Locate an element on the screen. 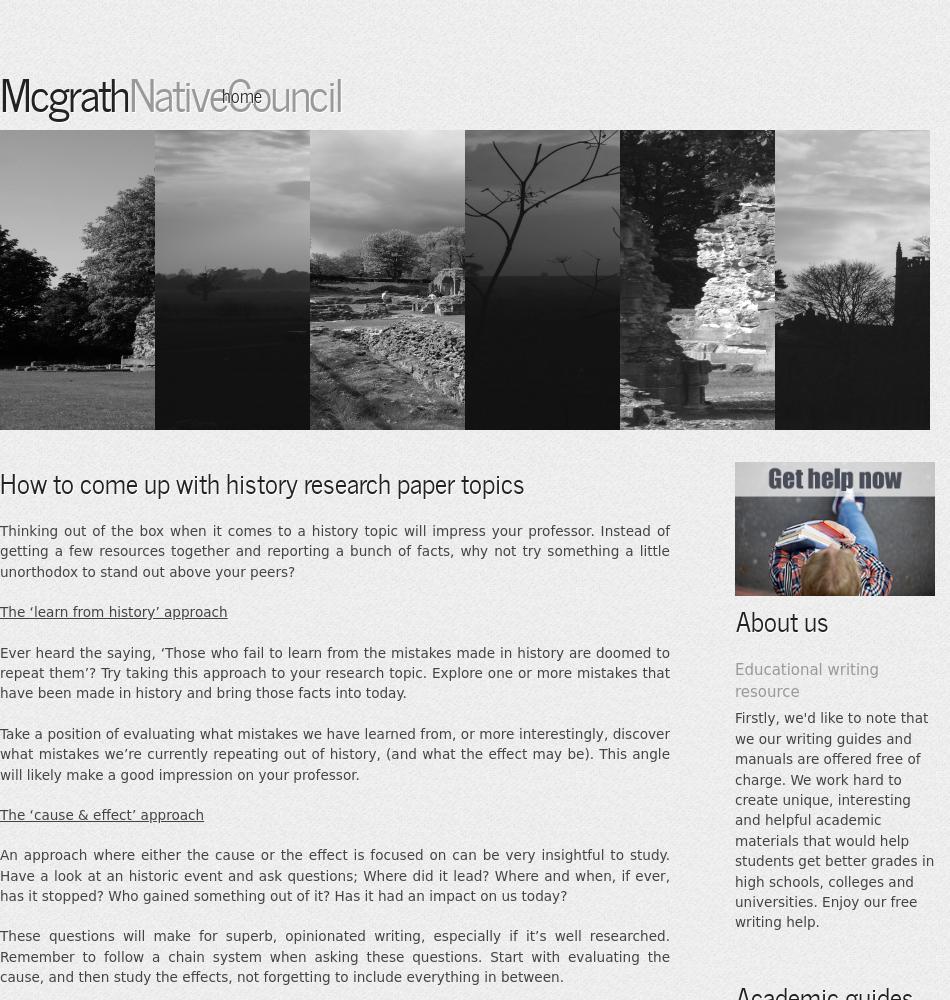 This screenshot has width=950, height=1000. 'Take a position of evaluating what mistakes we have learned from, or more interestingly, discover what mistakes we’re currently repeating out of history, (and what the effect may be). This angle will likely make a good impression on your professor.' is located at coordinates (333, 753).